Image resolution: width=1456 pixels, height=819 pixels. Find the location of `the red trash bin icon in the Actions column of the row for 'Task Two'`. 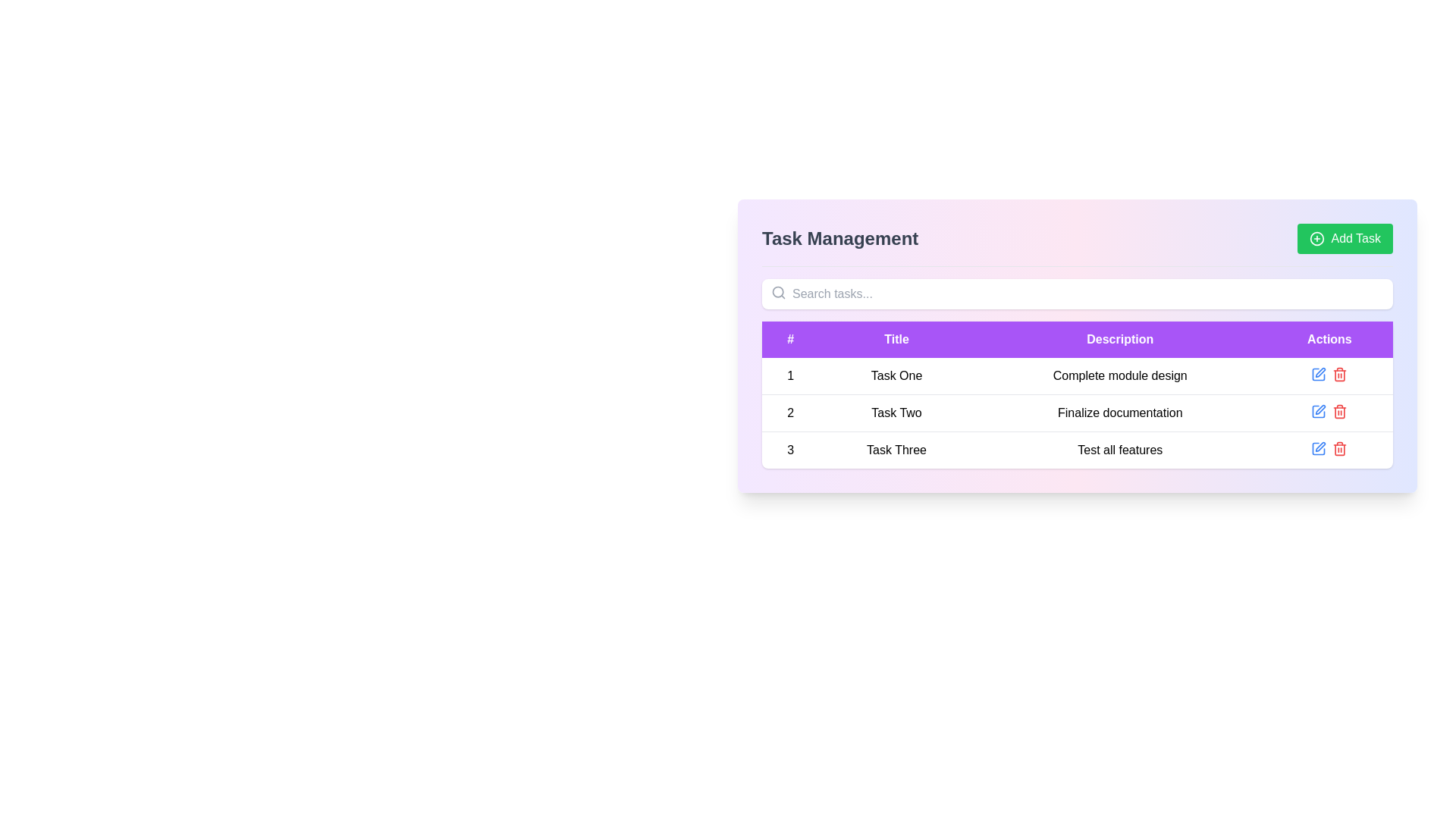

the red trash bin icon in the Actions column of the row for 'Task Two' is located at coordinates (1328, 412).